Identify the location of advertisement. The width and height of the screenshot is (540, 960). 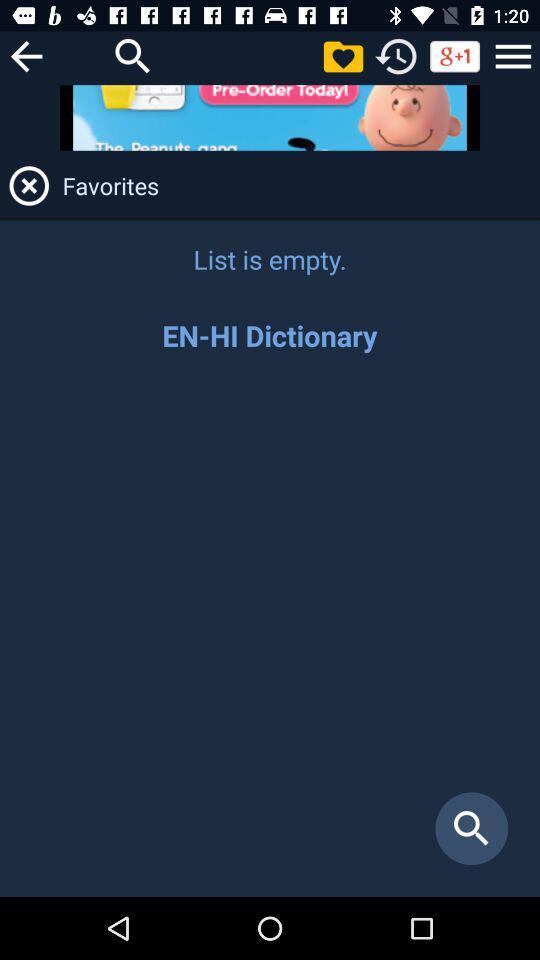
(270, 117).